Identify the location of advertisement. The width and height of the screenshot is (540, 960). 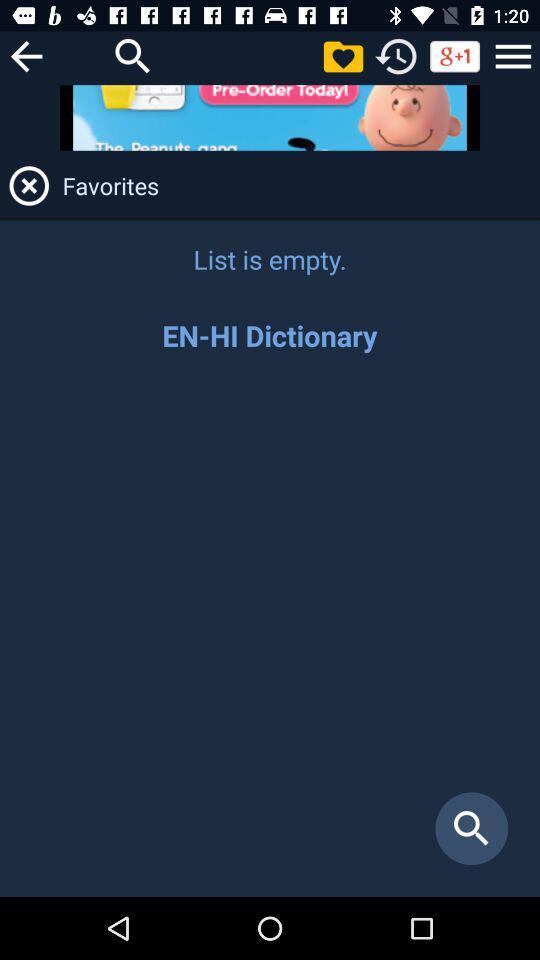
(270, 117).